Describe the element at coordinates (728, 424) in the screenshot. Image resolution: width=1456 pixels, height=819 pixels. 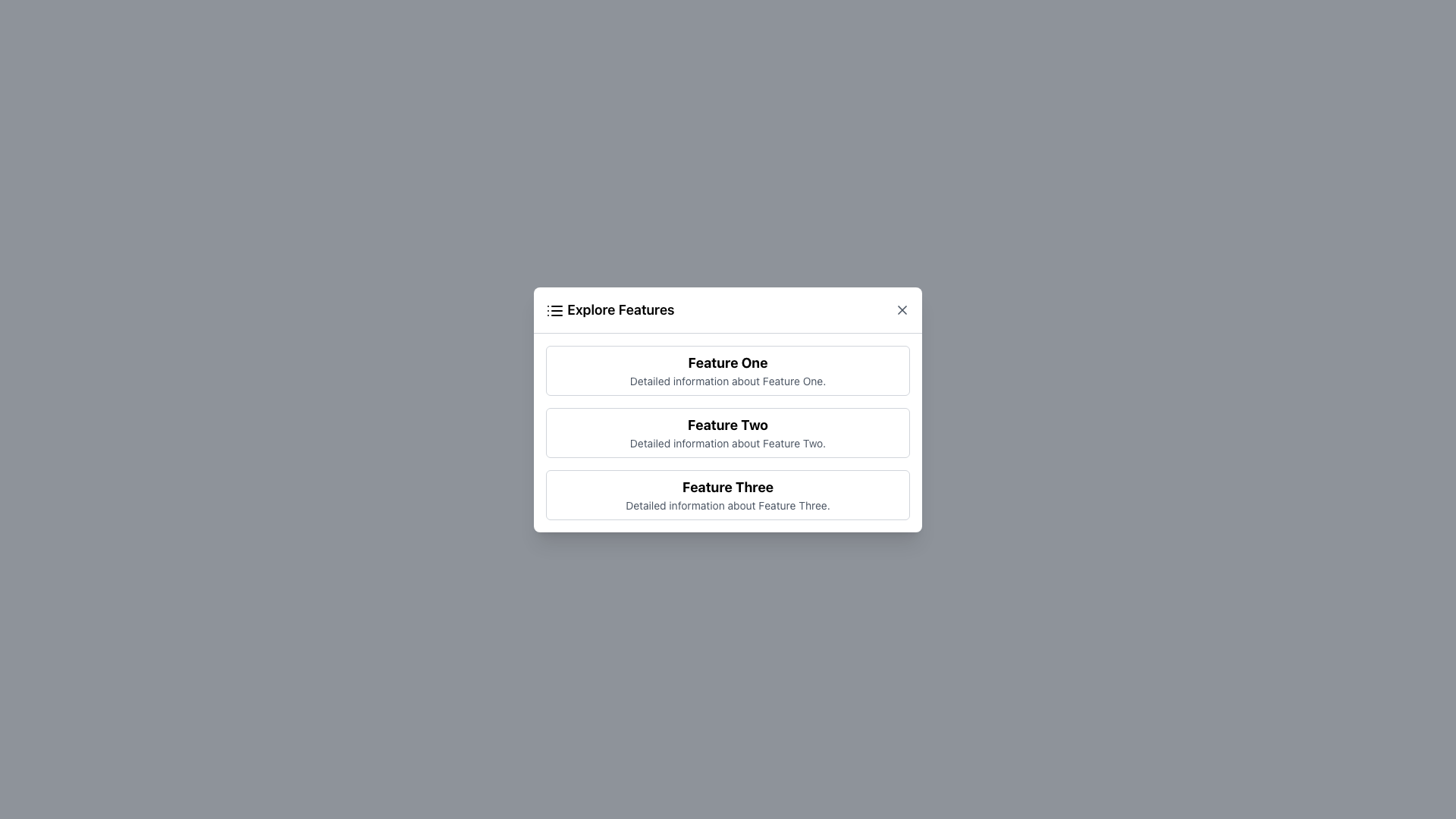
I see `the text label displaying 'Feature Two' which is prominently bold and large, located at the top of the second box in the vertical list of features` at that location.